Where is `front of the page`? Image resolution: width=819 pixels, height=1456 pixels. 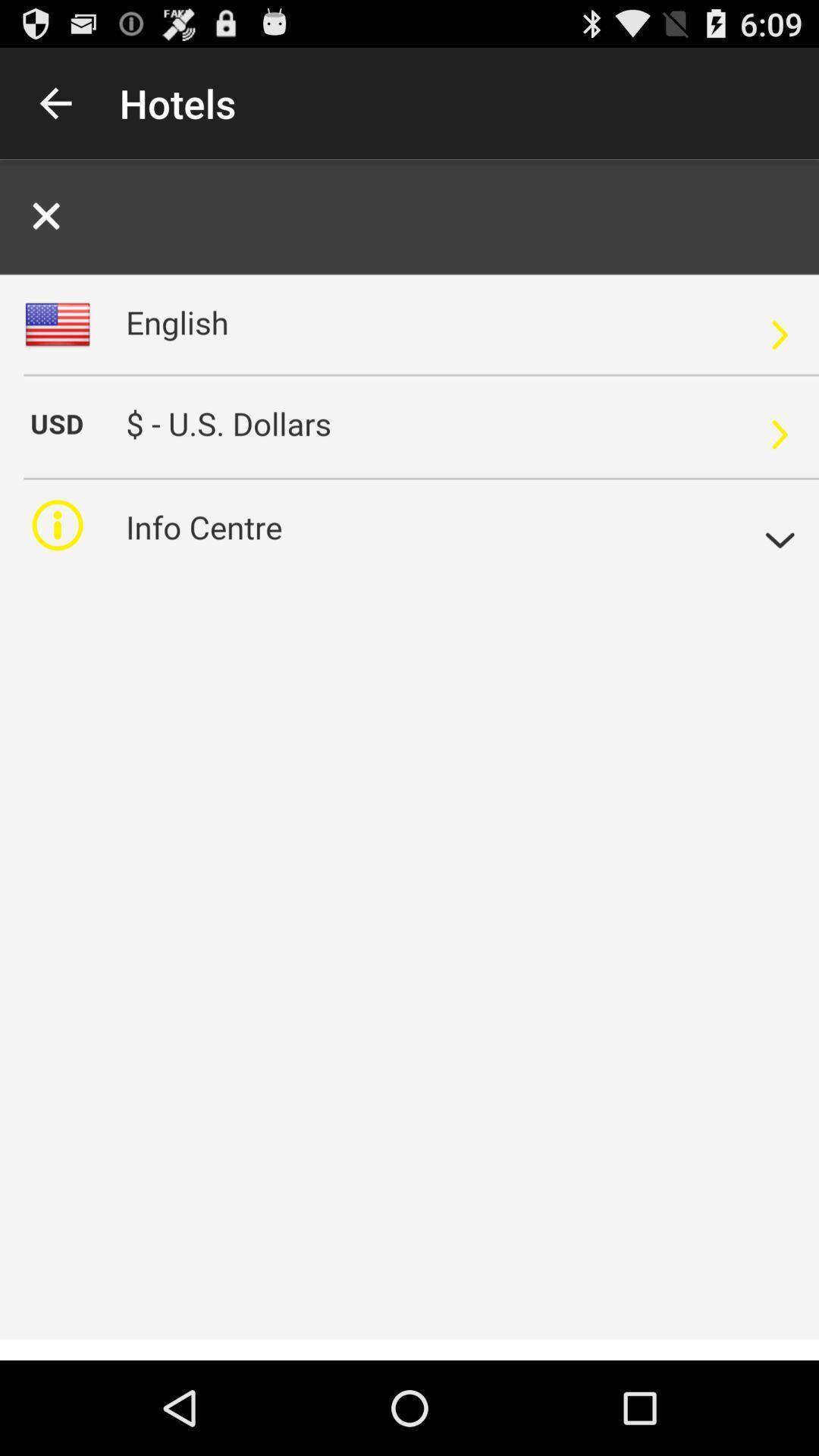
front of the page is located at coordinates (409, 760).